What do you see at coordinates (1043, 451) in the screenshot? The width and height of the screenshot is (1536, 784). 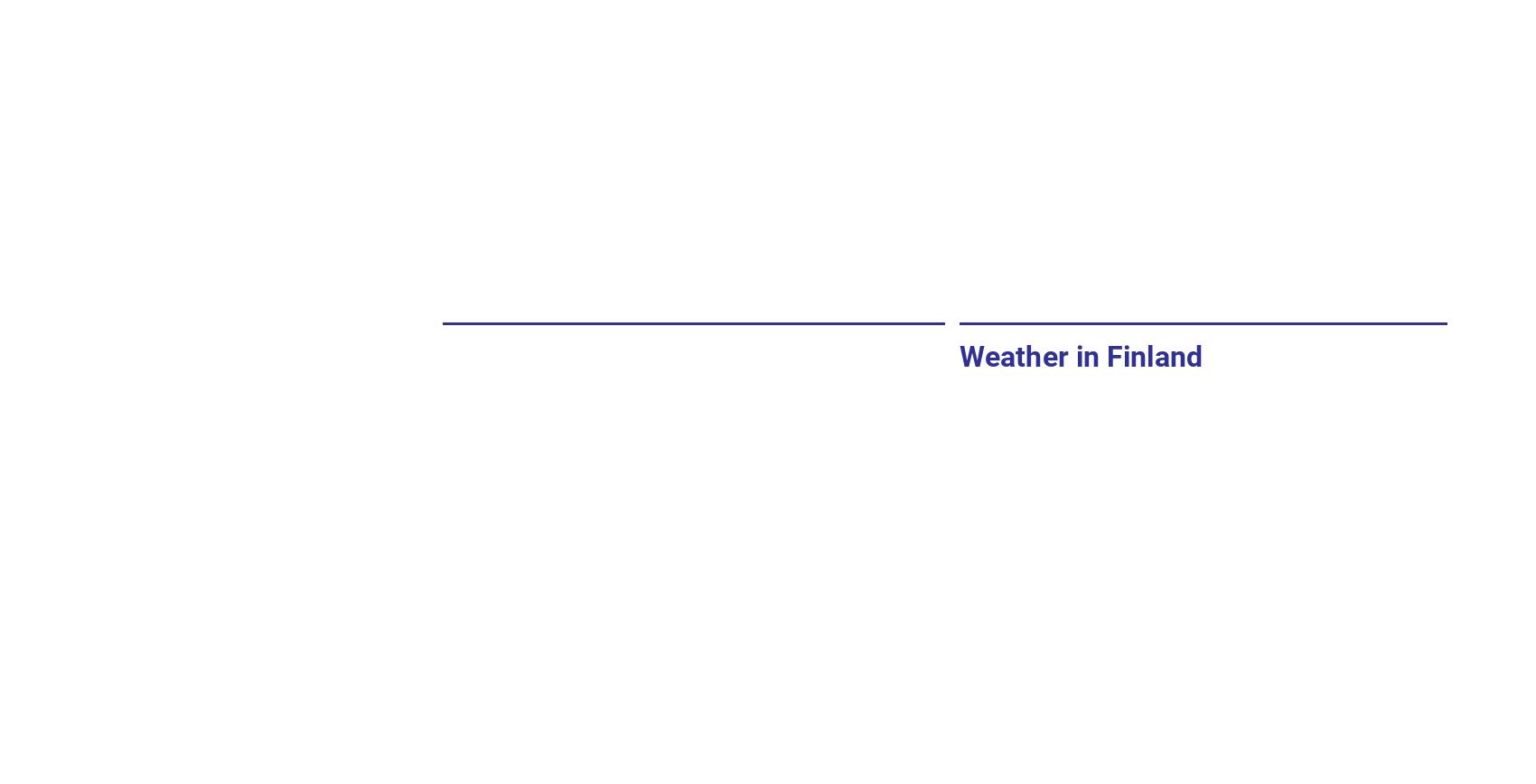 I see `'Max temperature'` at bounding box center [1043, 451].